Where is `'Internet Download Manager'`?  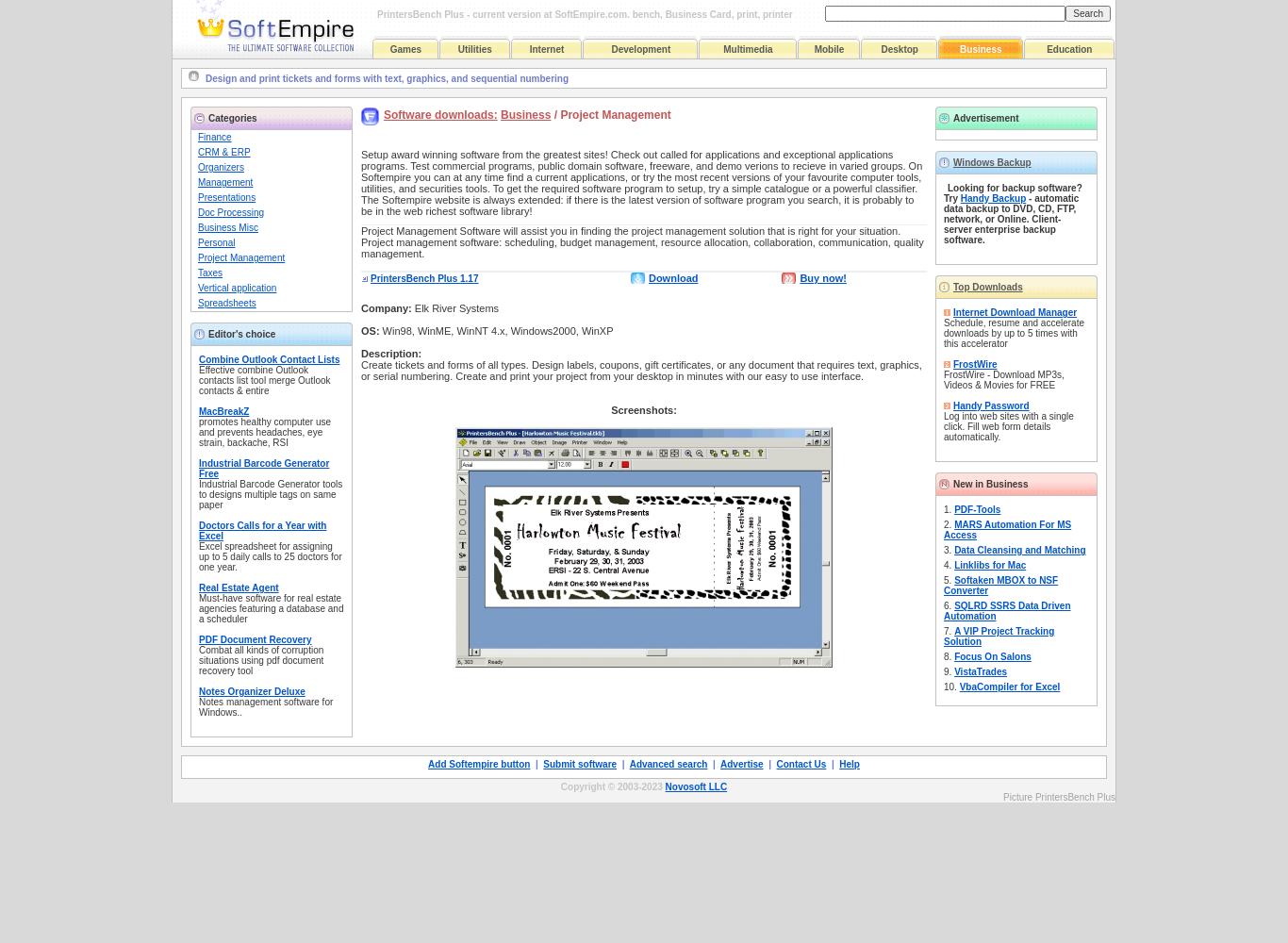 'Internet Download Manager' is located at coordinates (1014, 311).